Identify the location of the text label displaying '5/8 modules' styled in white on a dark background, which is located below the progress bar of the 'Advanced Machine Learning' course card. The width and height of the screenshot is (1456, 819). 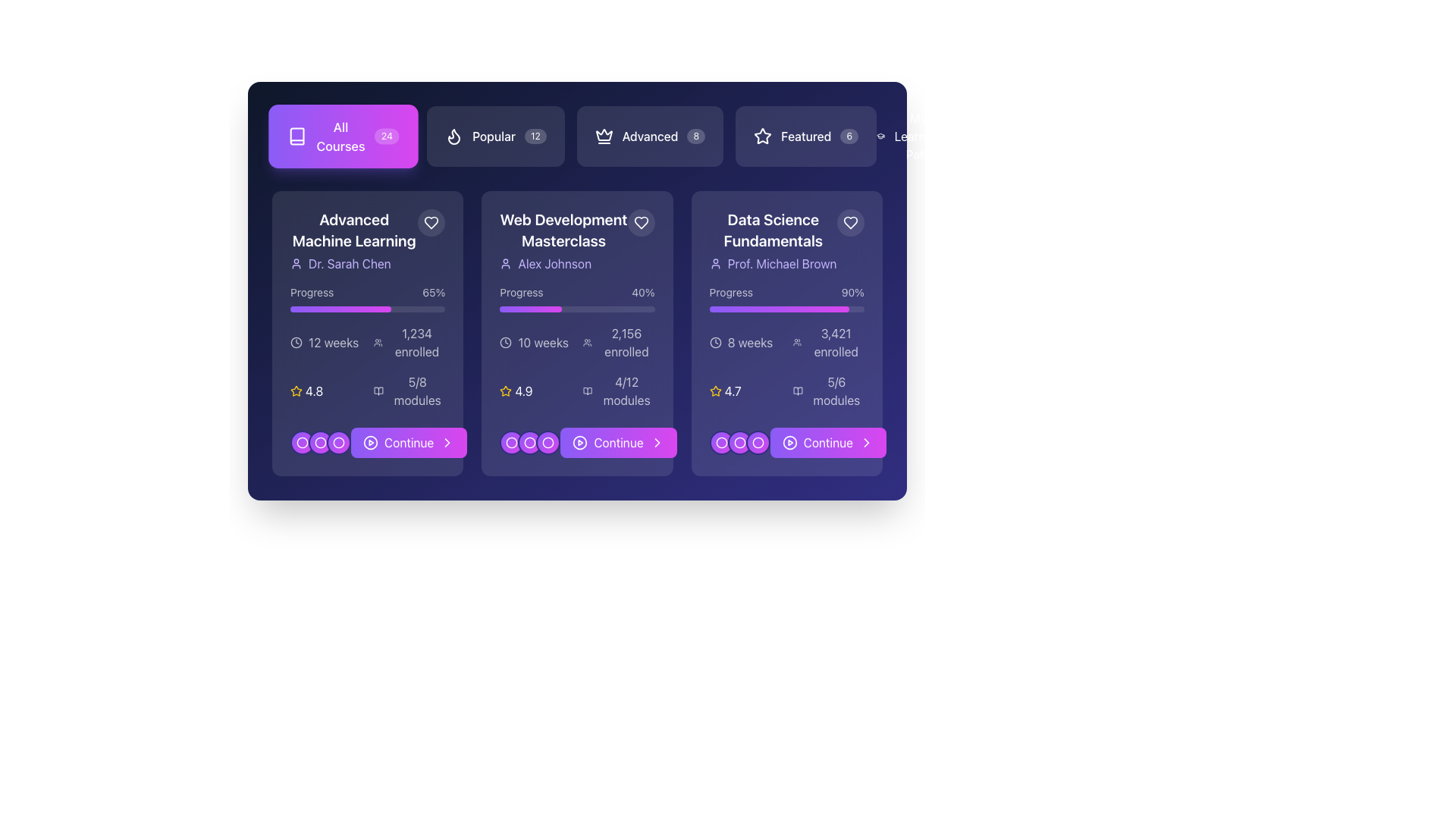
(417, 391).